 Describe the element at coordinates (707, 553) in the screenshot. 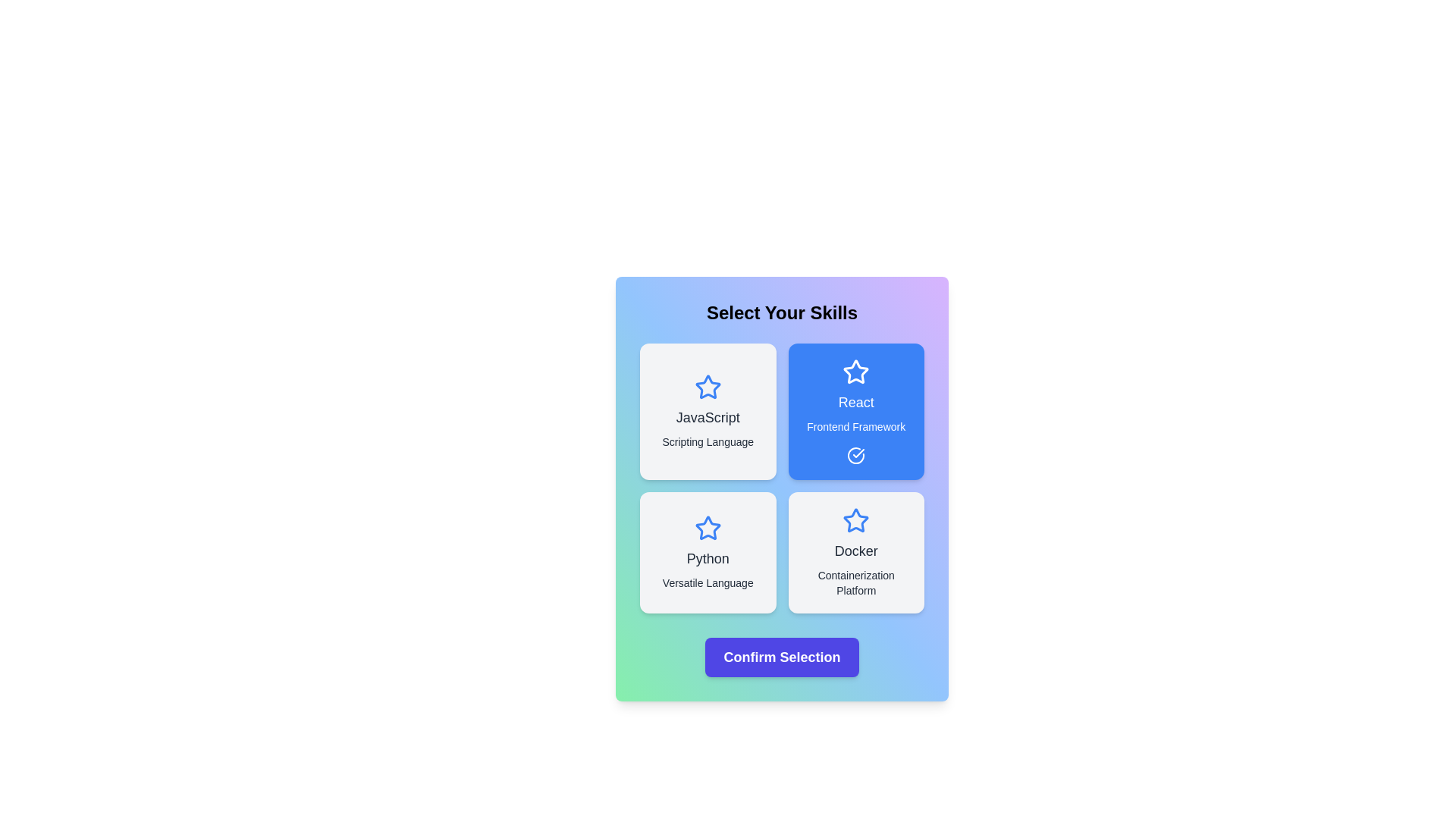

I see `the skill card labeled Python` at that location.